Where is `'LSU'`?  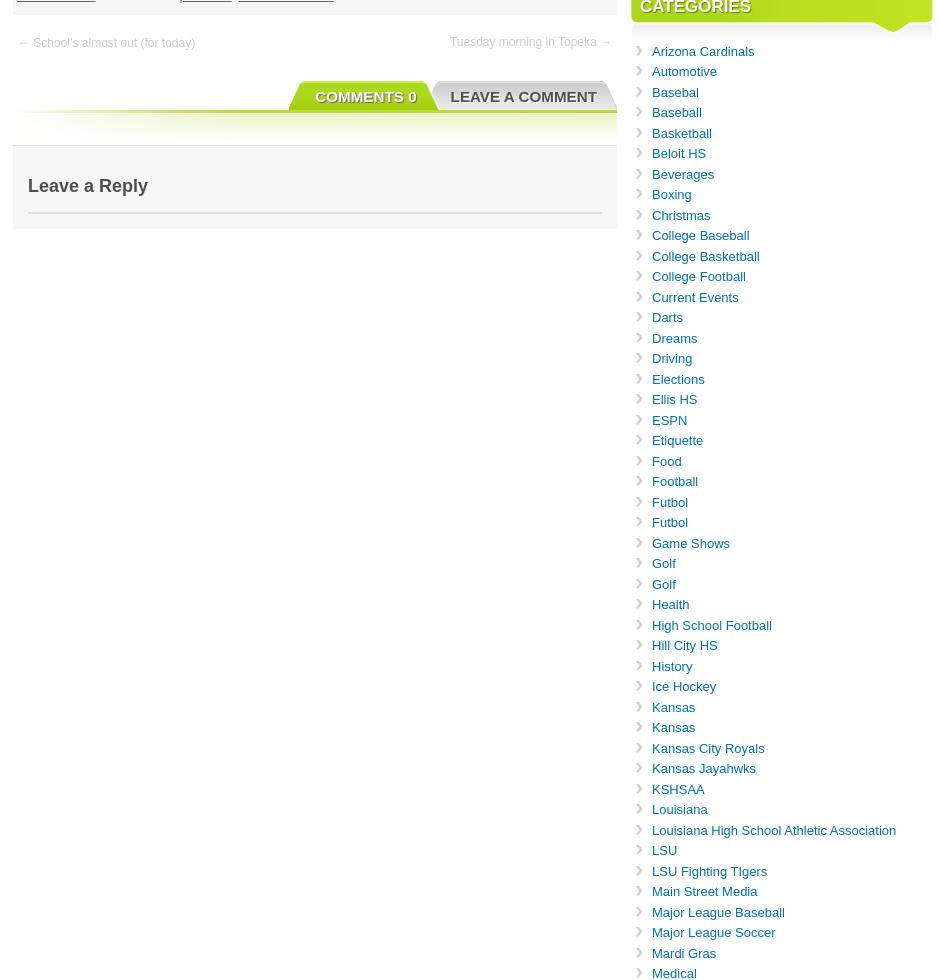
'LSU' is located at coordinates (664, 850).